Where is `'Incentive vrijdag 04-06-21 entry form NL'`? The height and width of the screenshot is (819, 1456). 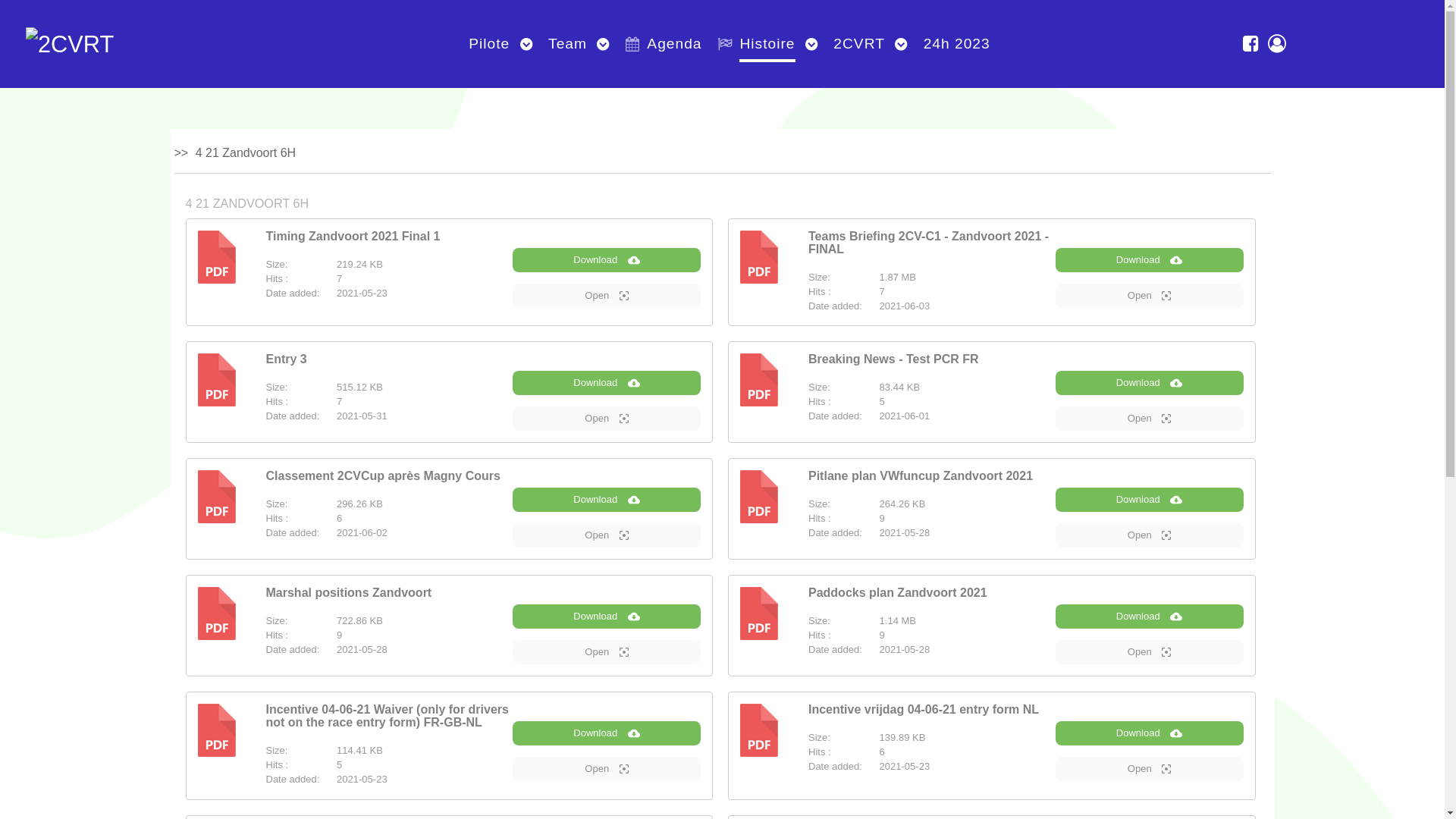
'Incentive vrijdag 04-06-21 entry form NL' is located at coordinates (807, 709).